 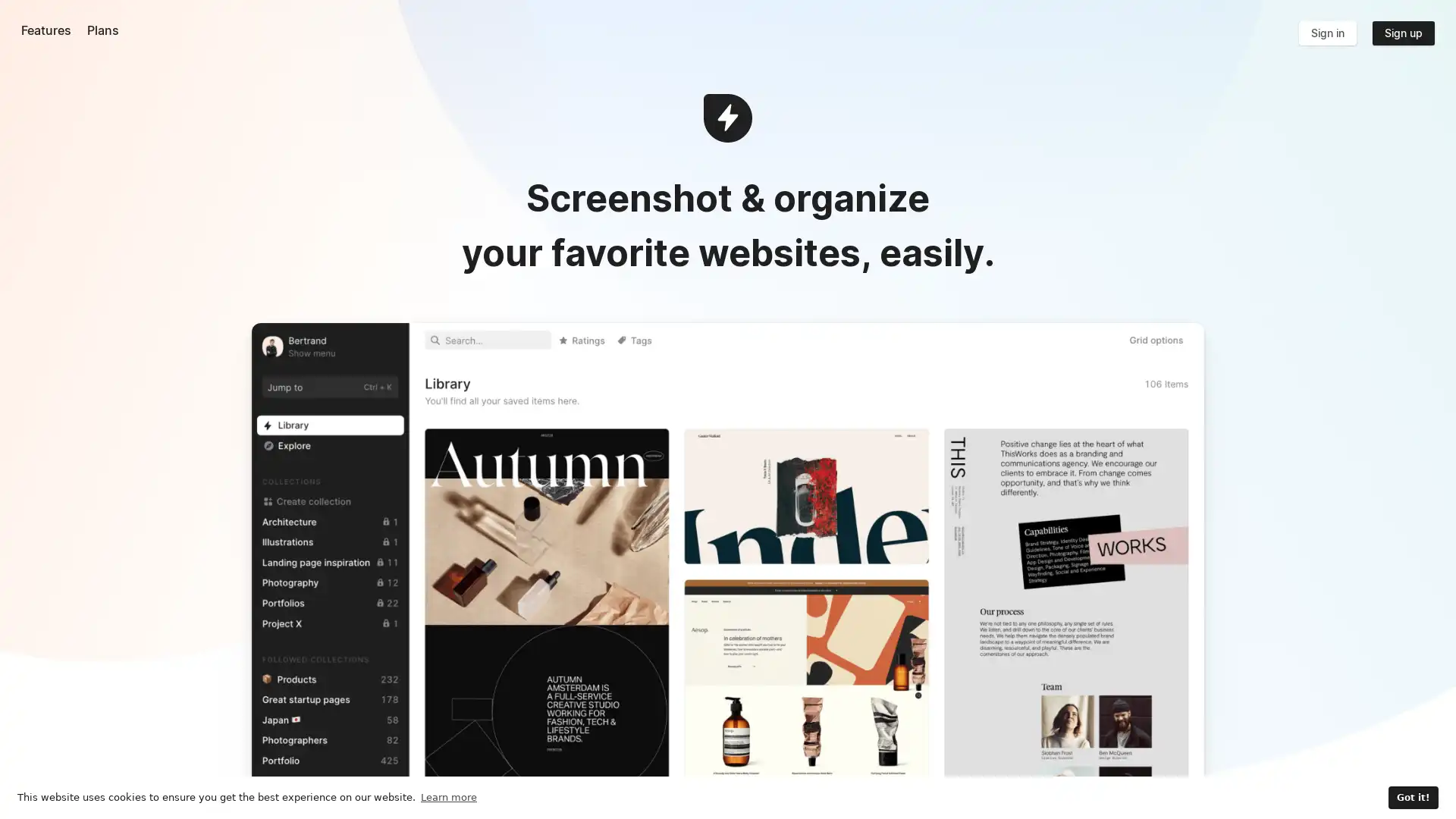 What do you see at coordinates (1401, 33) in the screenshot?
I see `Sign up` at bounding box center [1401, 33].